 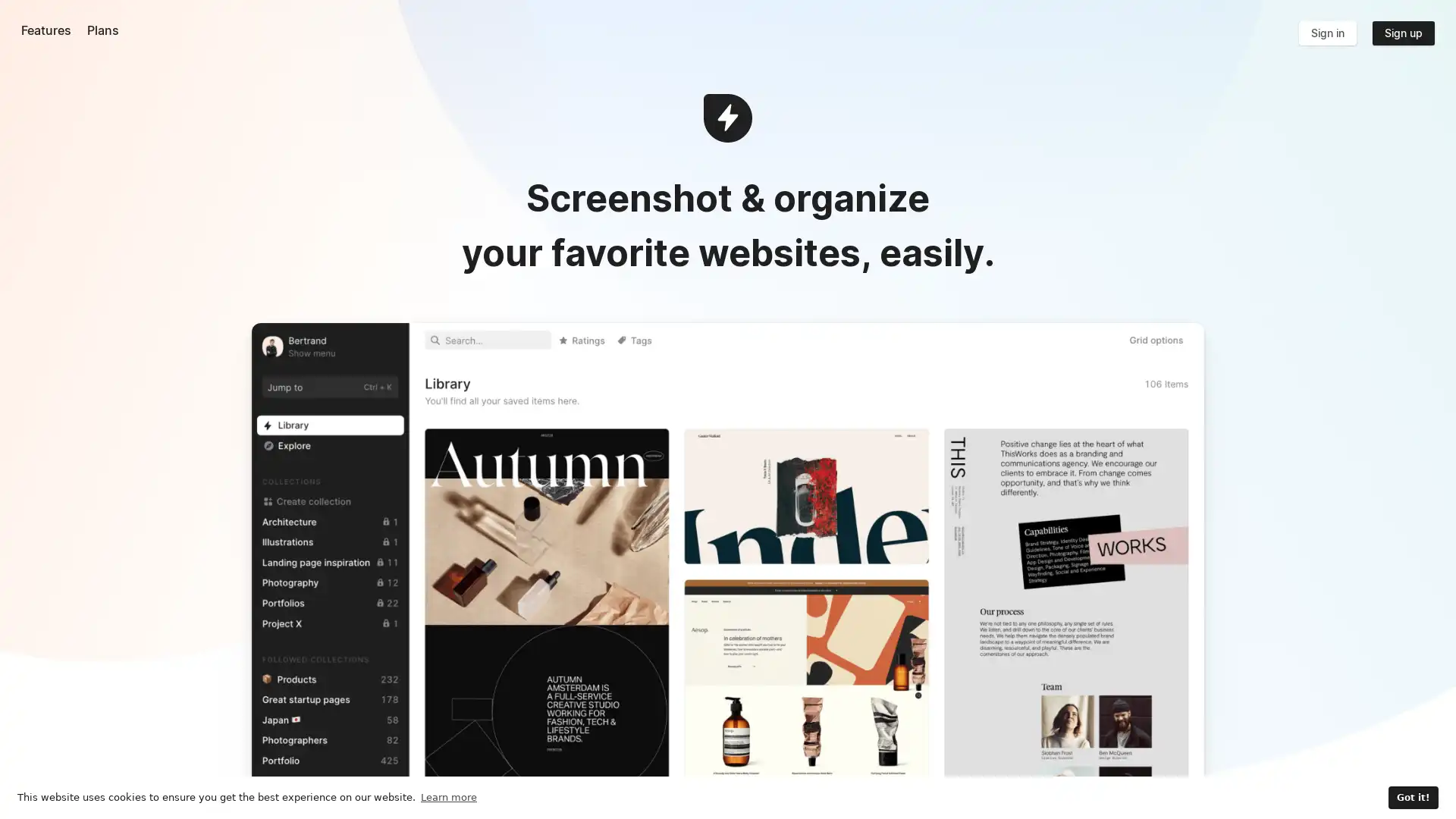 What do you see at coordinates (1401, 33) in the screenshot?
I see `Sign up` at bounding box center [1401, 33].